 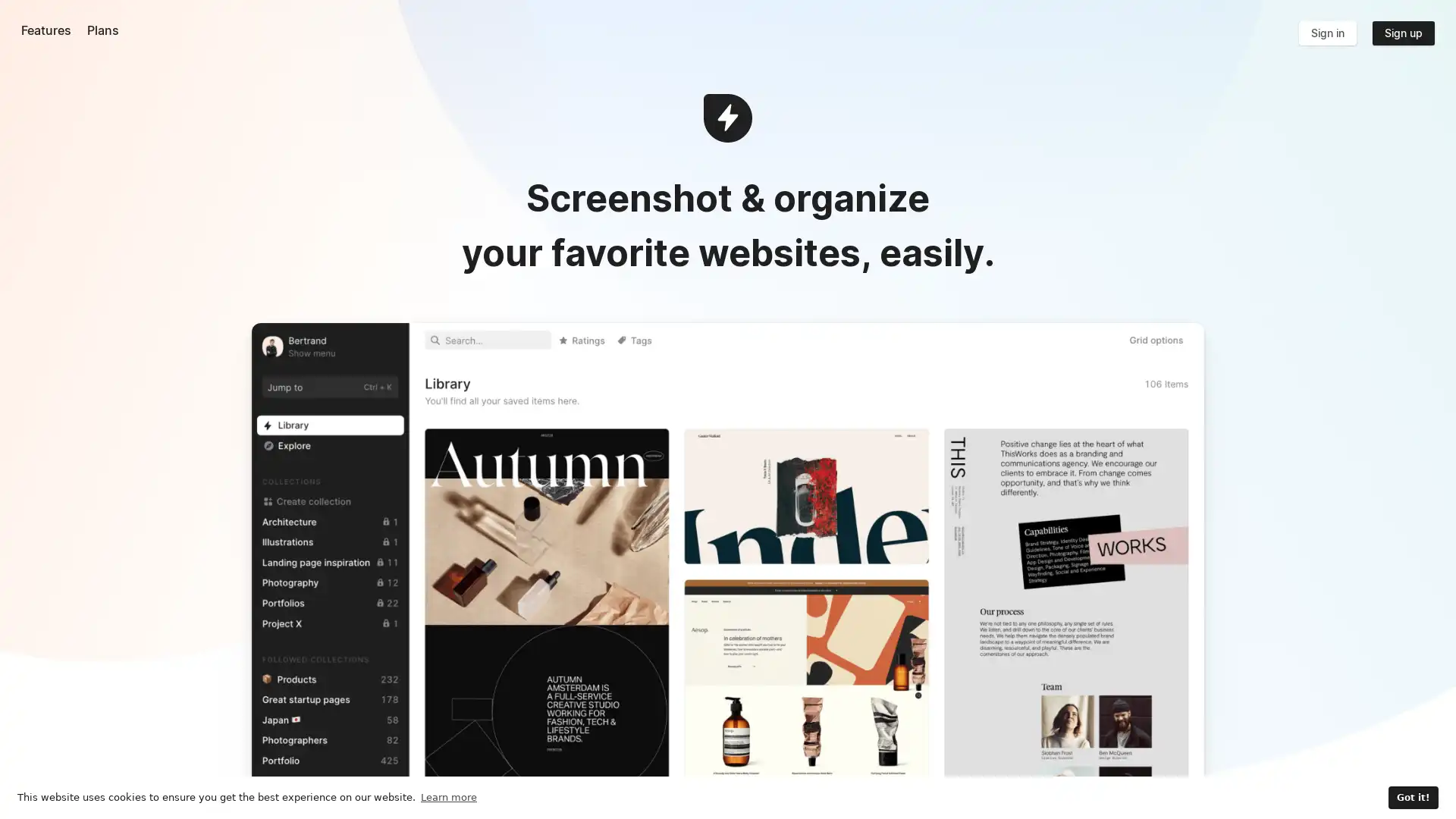 What do you see at coordinates (1401, 33) in the screenshot?
I see `Sign up` at bounding box center [1401, 33].